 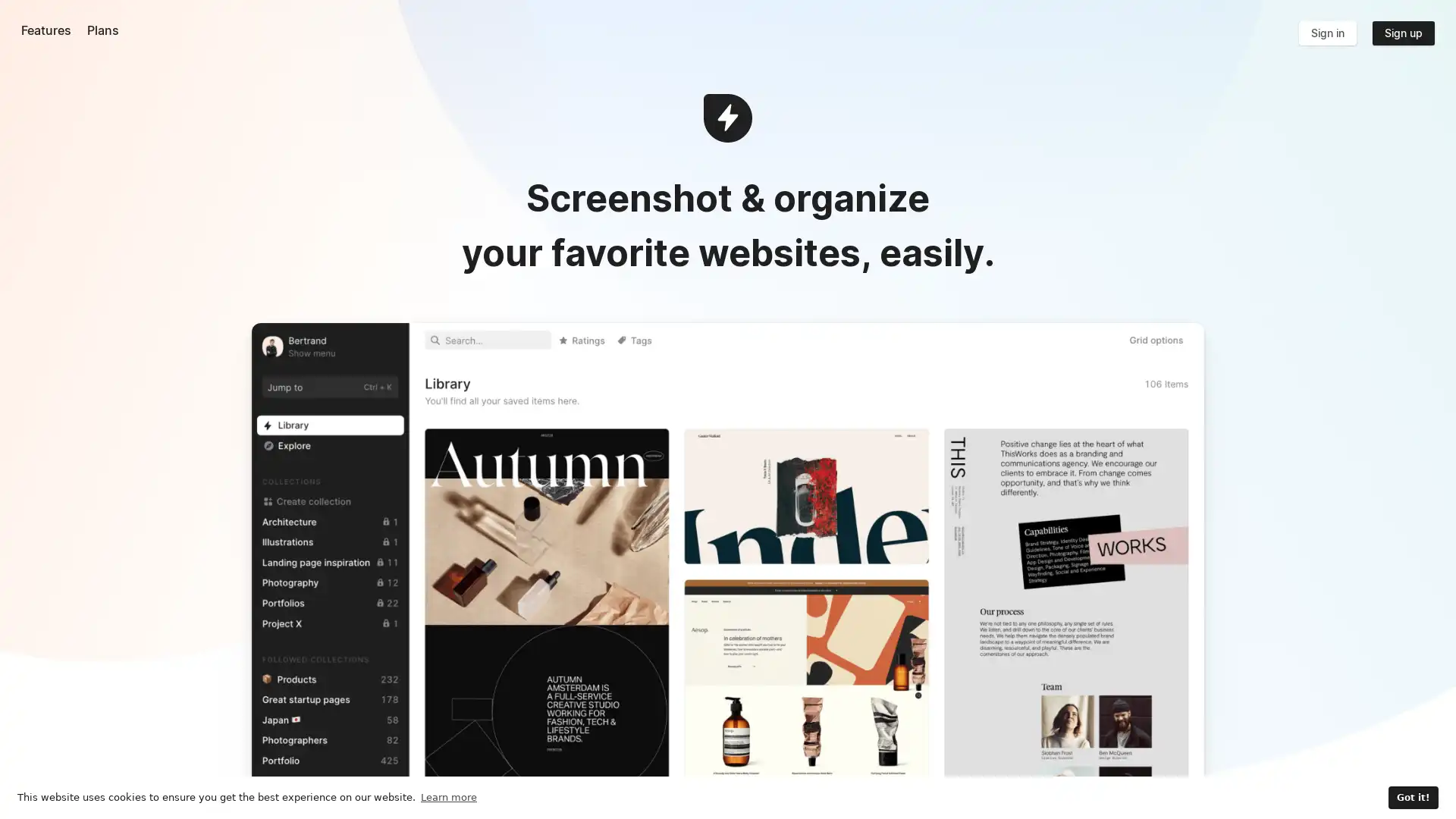 What do you see at coordinates (1401, 33) in the screenshot?
I see `Sign up` at bounding box center [1401, 33].